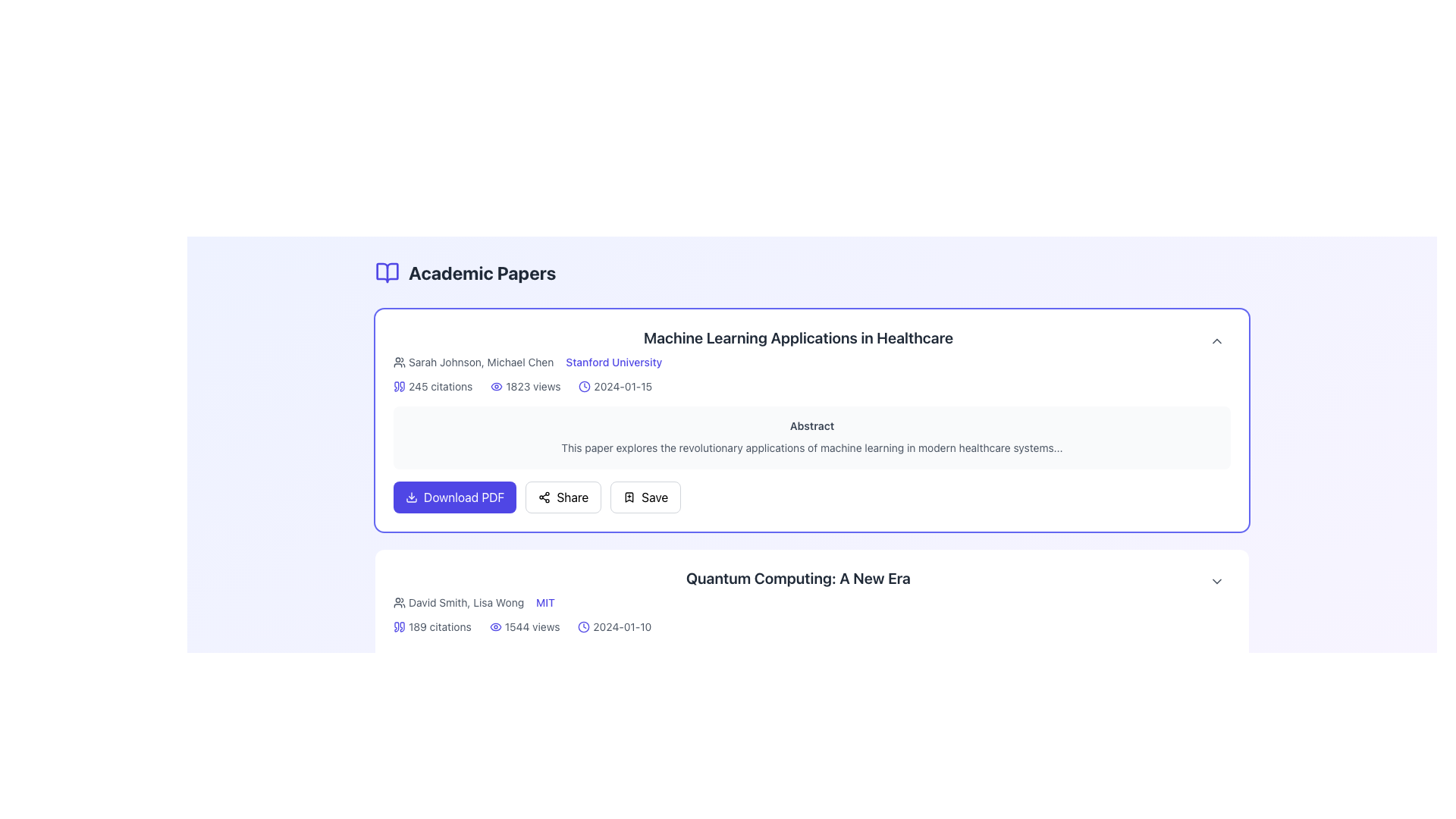  What do you see at coordinates (497, 385) in the screenshot?
I see `the eye icon that visually represents the view count, located to the left of the '1823 views' label in the upper part of the interface related to 'Machine Learning Applications in Healthcare'` at bounding box center [497, 385].